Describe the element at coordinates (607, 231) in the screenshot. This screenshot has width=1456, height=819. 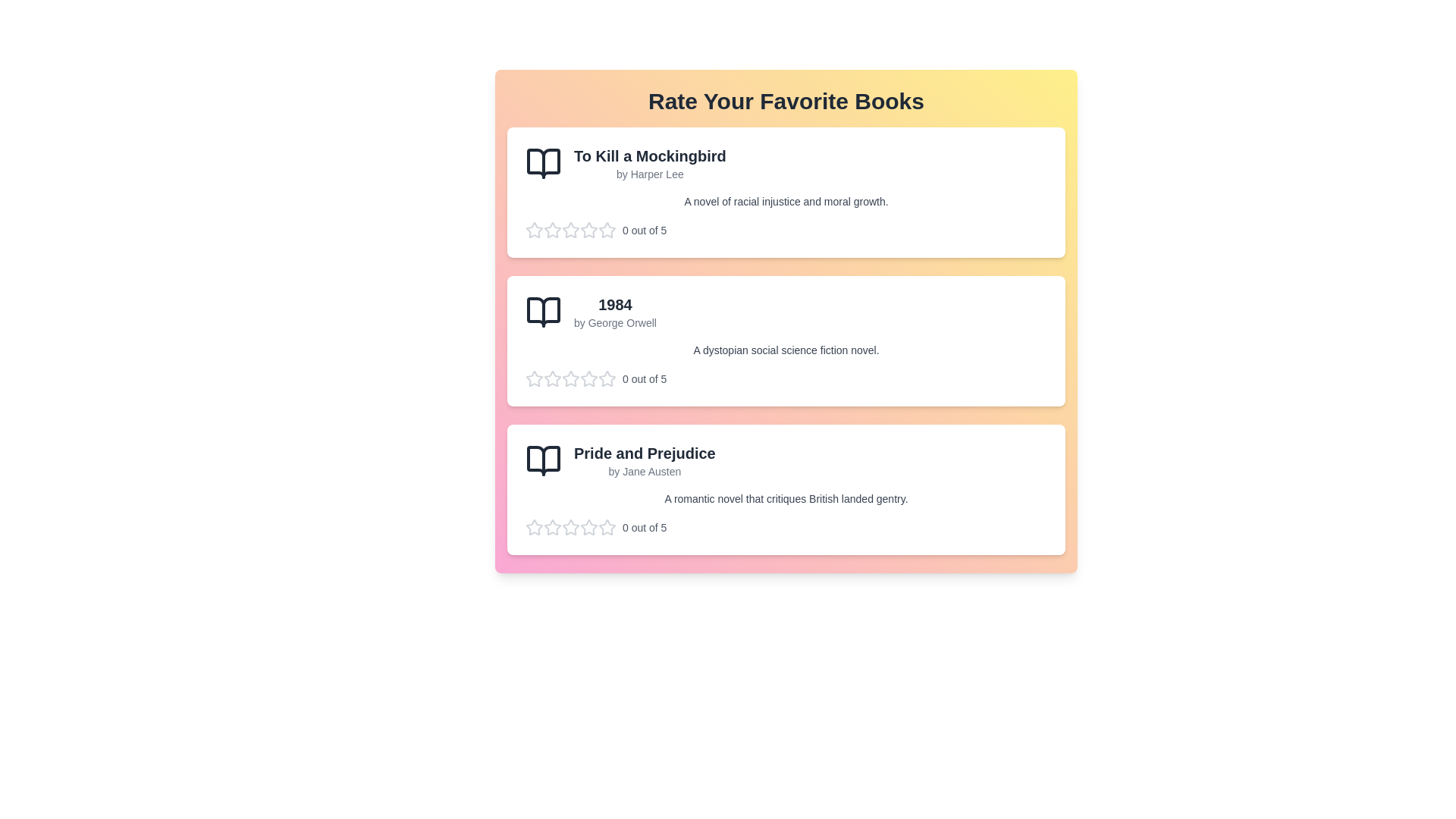
I see `the fifth star in the rating system for the card titled 'To Kill a Mockingbird.' This star is gray and part of a row of five icons, indicating it is a selectable option` at that location.